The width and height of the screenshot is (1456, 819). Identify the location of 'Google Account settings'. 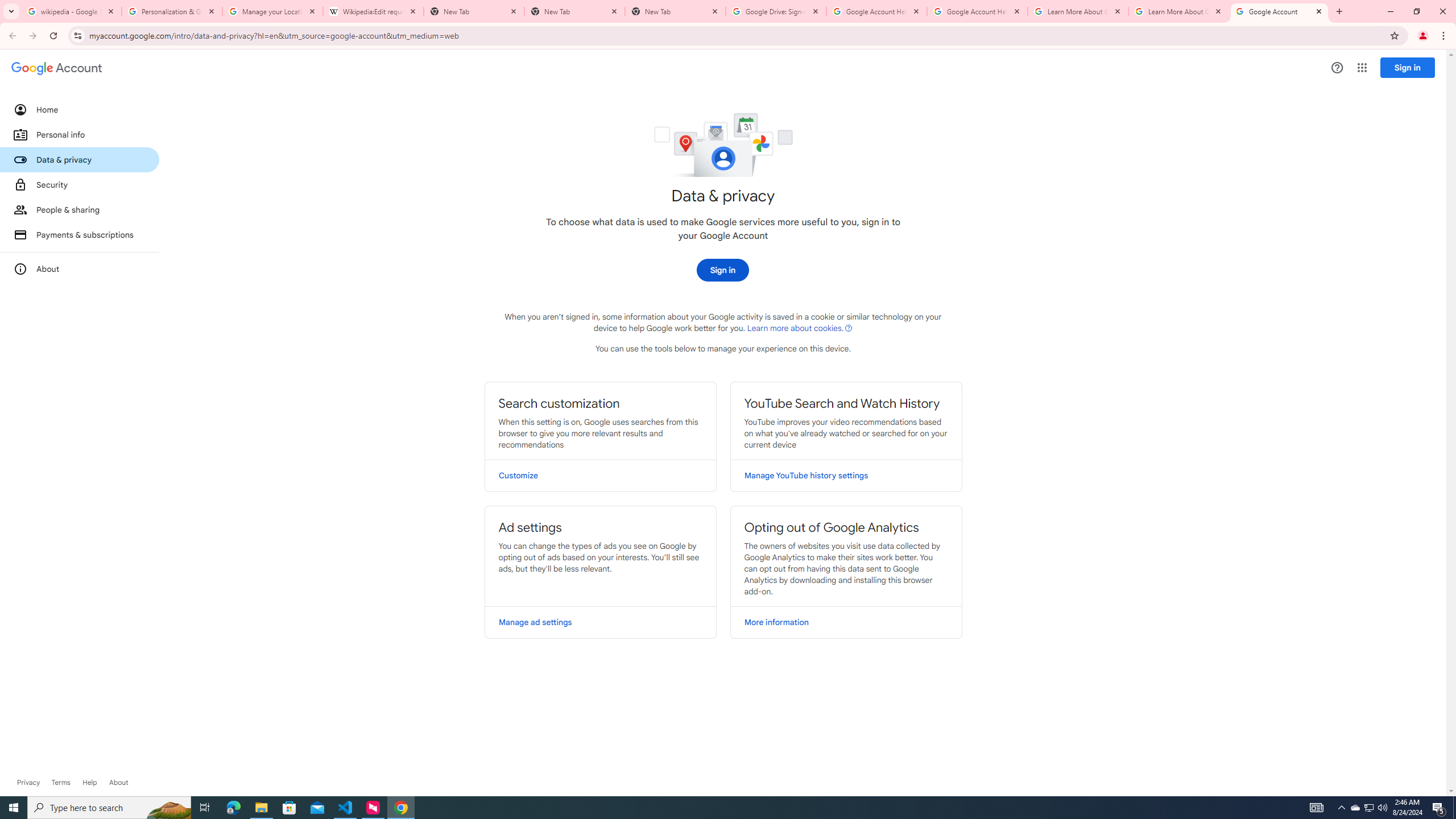
(56, 68).